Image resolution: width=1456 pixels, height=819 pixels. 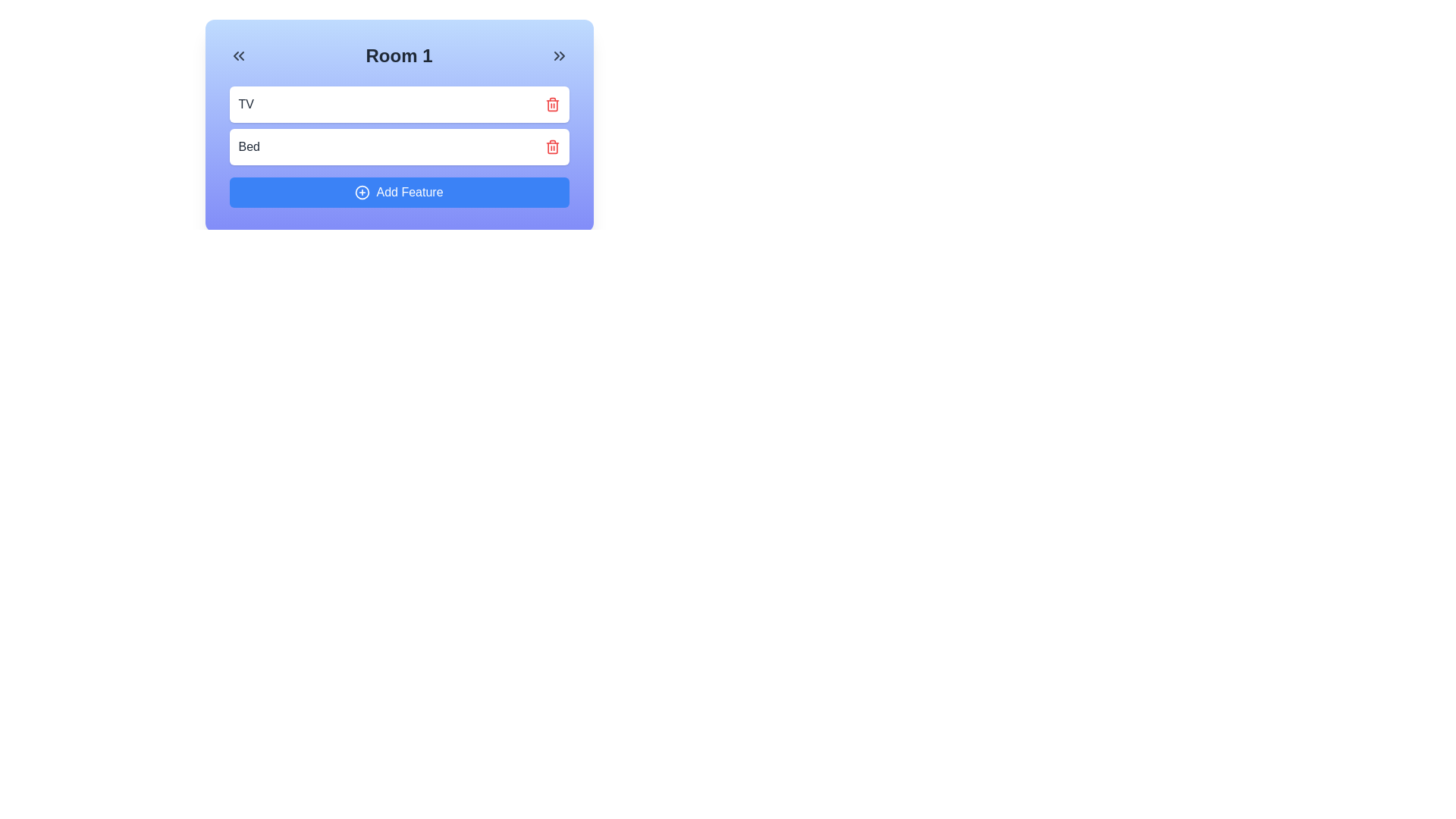 What do you see at coordinates (235, 55) in the screenshot?
I see `the left-pointing chevron icon located at the top-left corner of the 'Room 1' card, which is a minimalistic triangular shape pointing left` at bounding box center [235, 55].